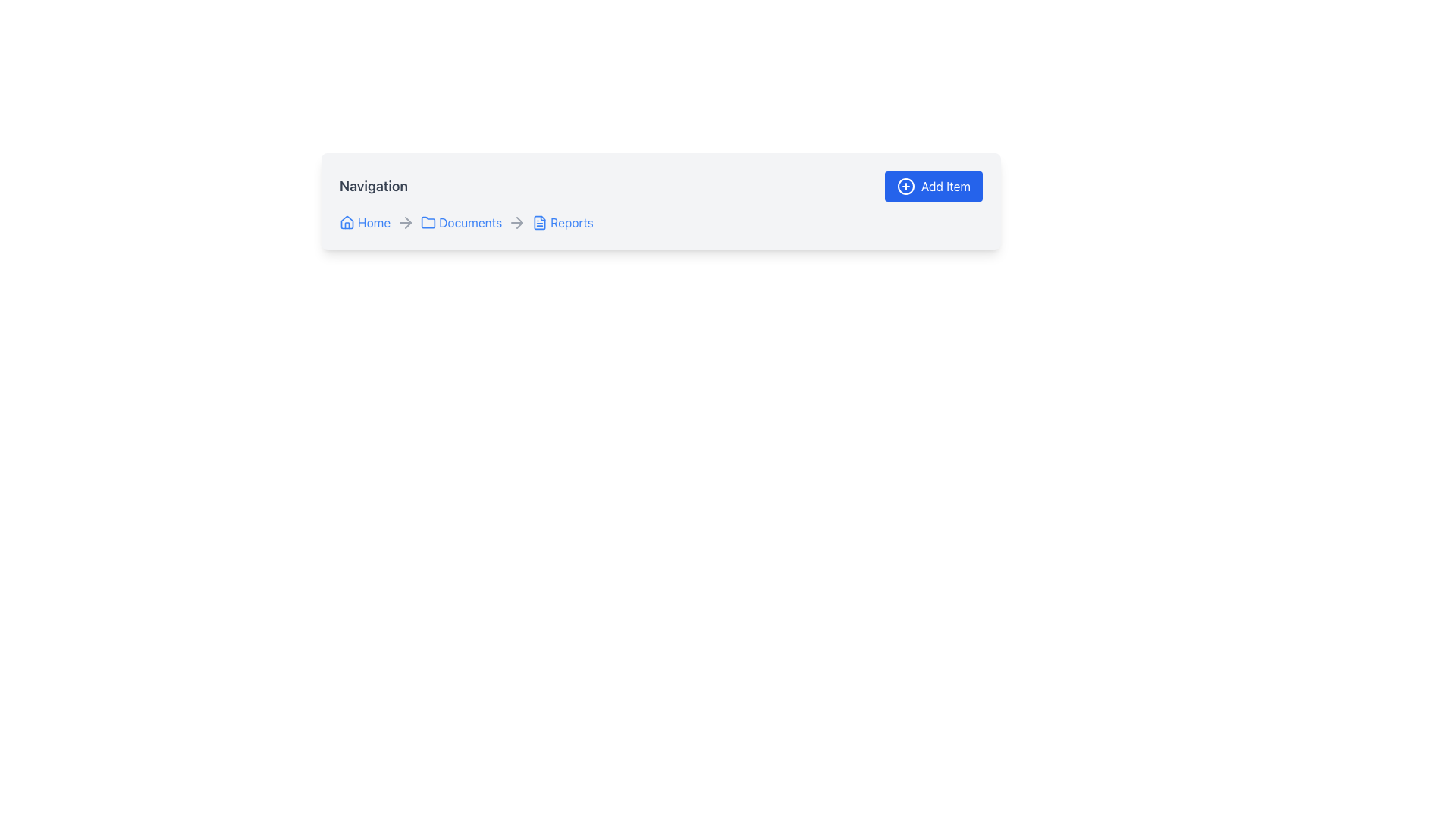  Describe the element at coordinates (906, 186) in the screenshot. I see `the circular add icon located within the 'Add Item' button at the top-right corner of the interface` at that location.